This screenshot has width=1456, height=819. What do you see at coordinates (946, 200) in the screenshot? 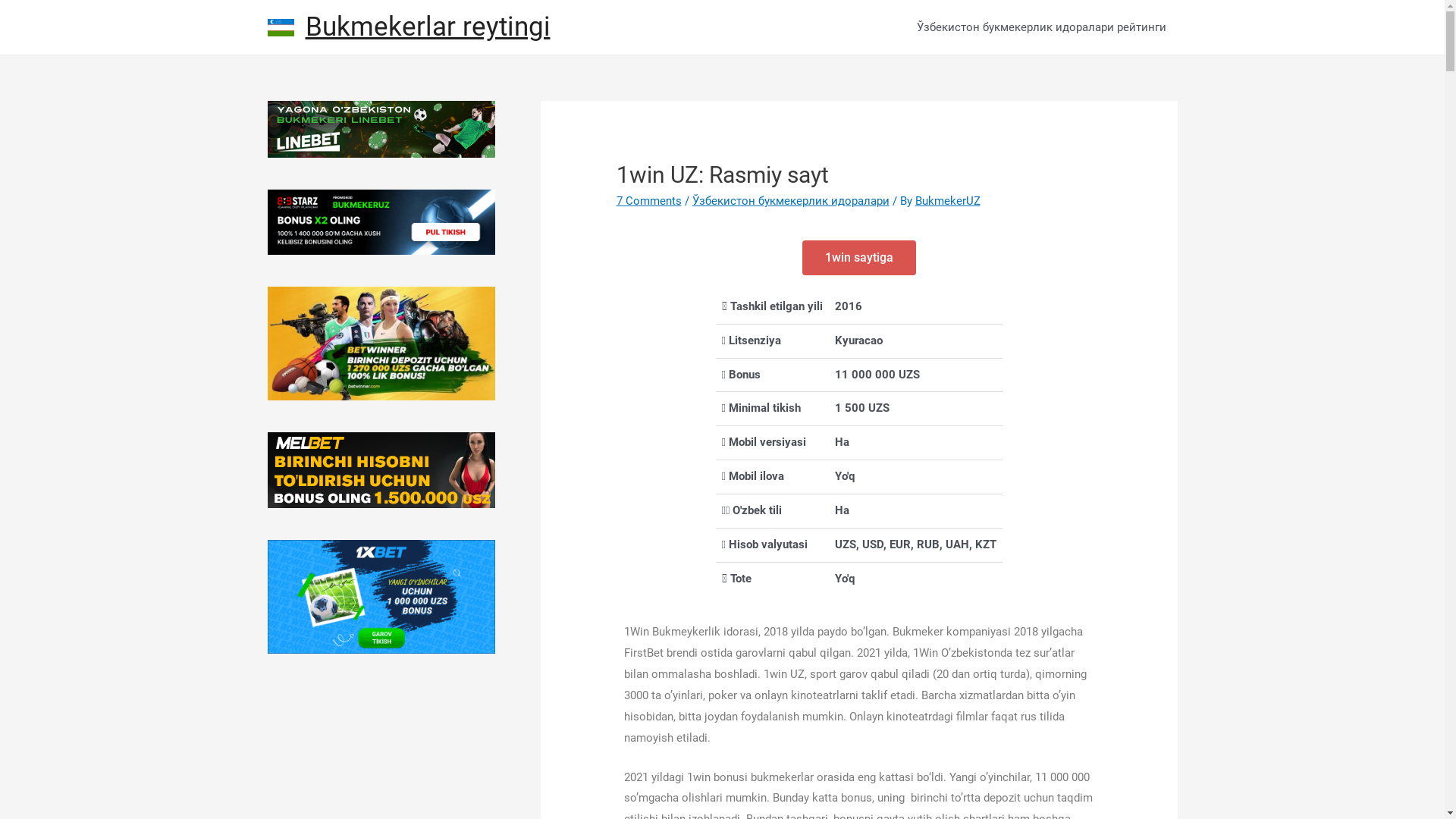
I see `'BukmekerUZ'` at bounding box center [946, 200].